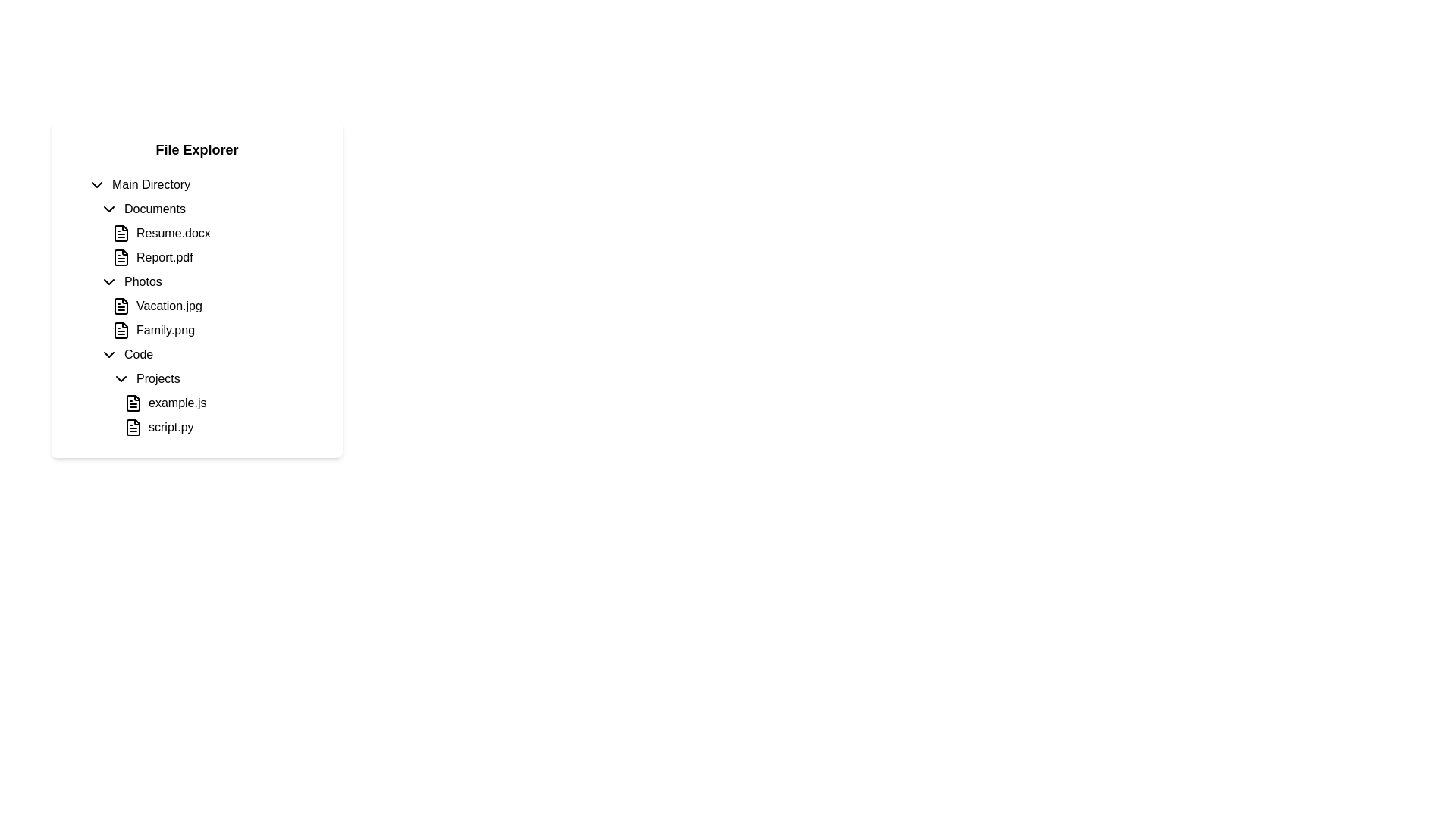 The image size is (1456, 819). I want to click on to select the file entry in the 'Documents' section of the file explorer UI, which lists 'Resume.docx' and 'Report.pdf', so click(202, 234).